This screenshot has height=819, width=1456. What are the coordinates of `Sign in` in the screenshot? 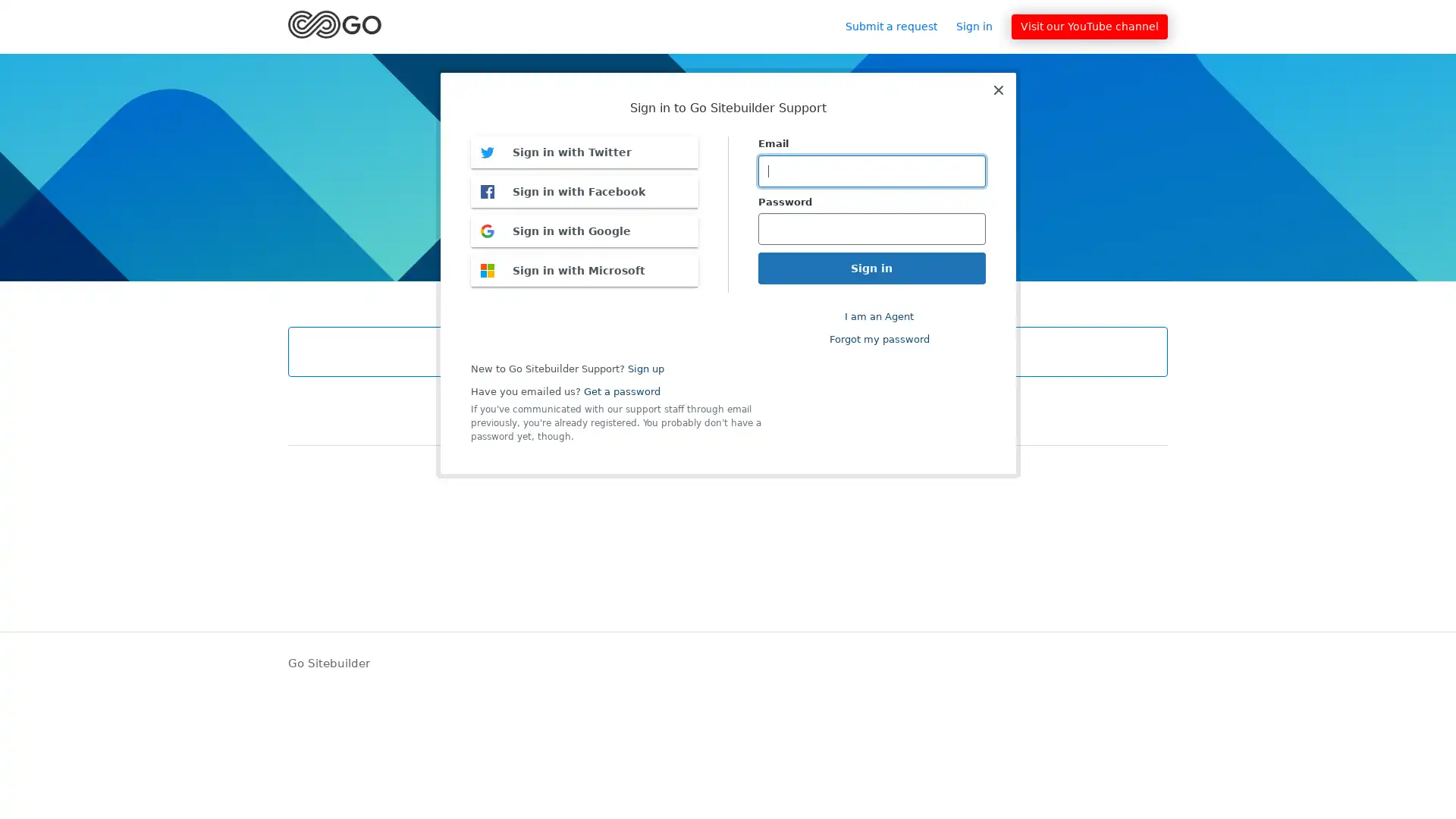 It's located at (982, 26).